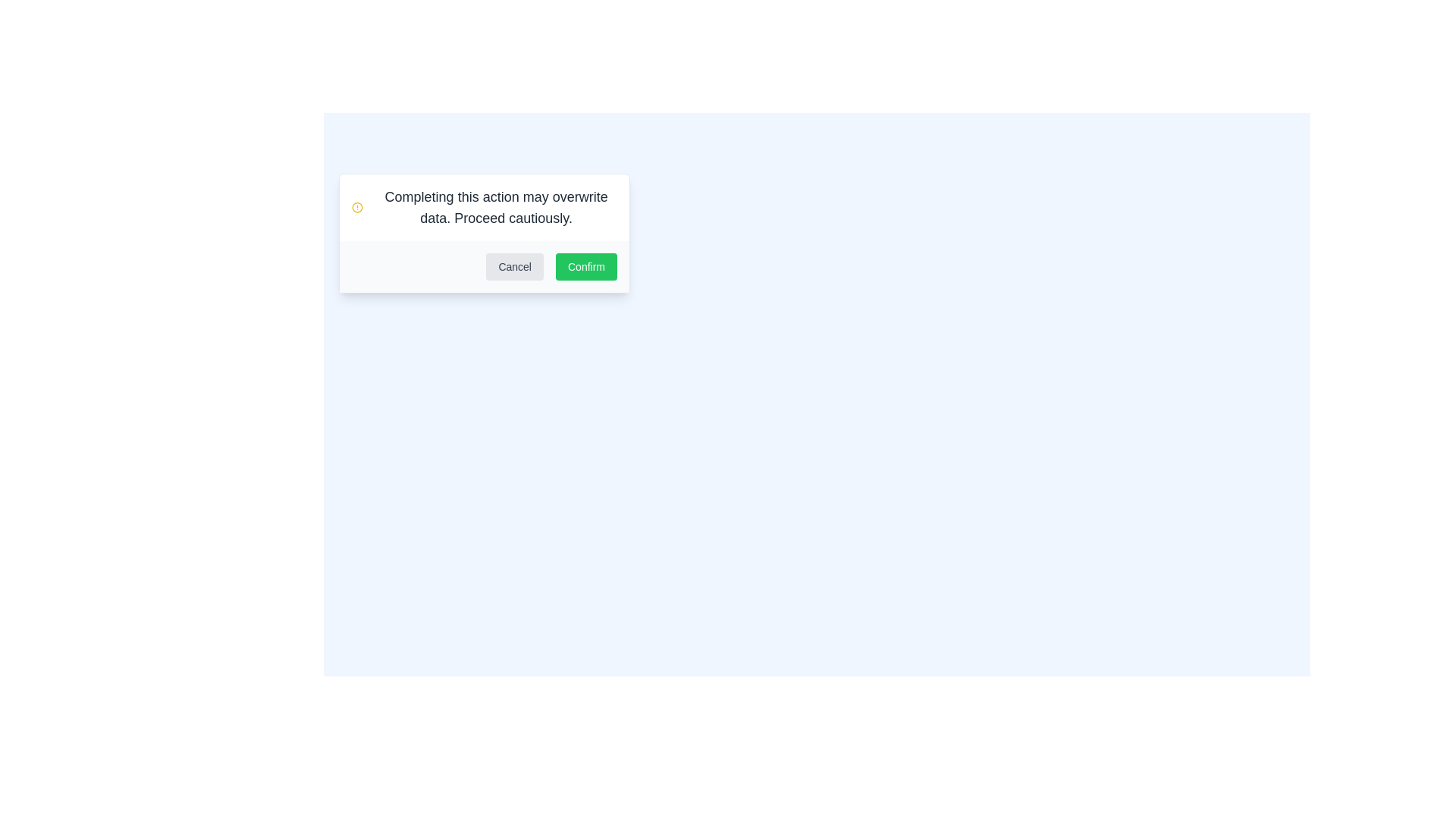  I want to click on the 'Cancel' button with a light gray background and rounded corners located on the left side of the 'Confirm' button in the dialog box footer, so click(515, 265).